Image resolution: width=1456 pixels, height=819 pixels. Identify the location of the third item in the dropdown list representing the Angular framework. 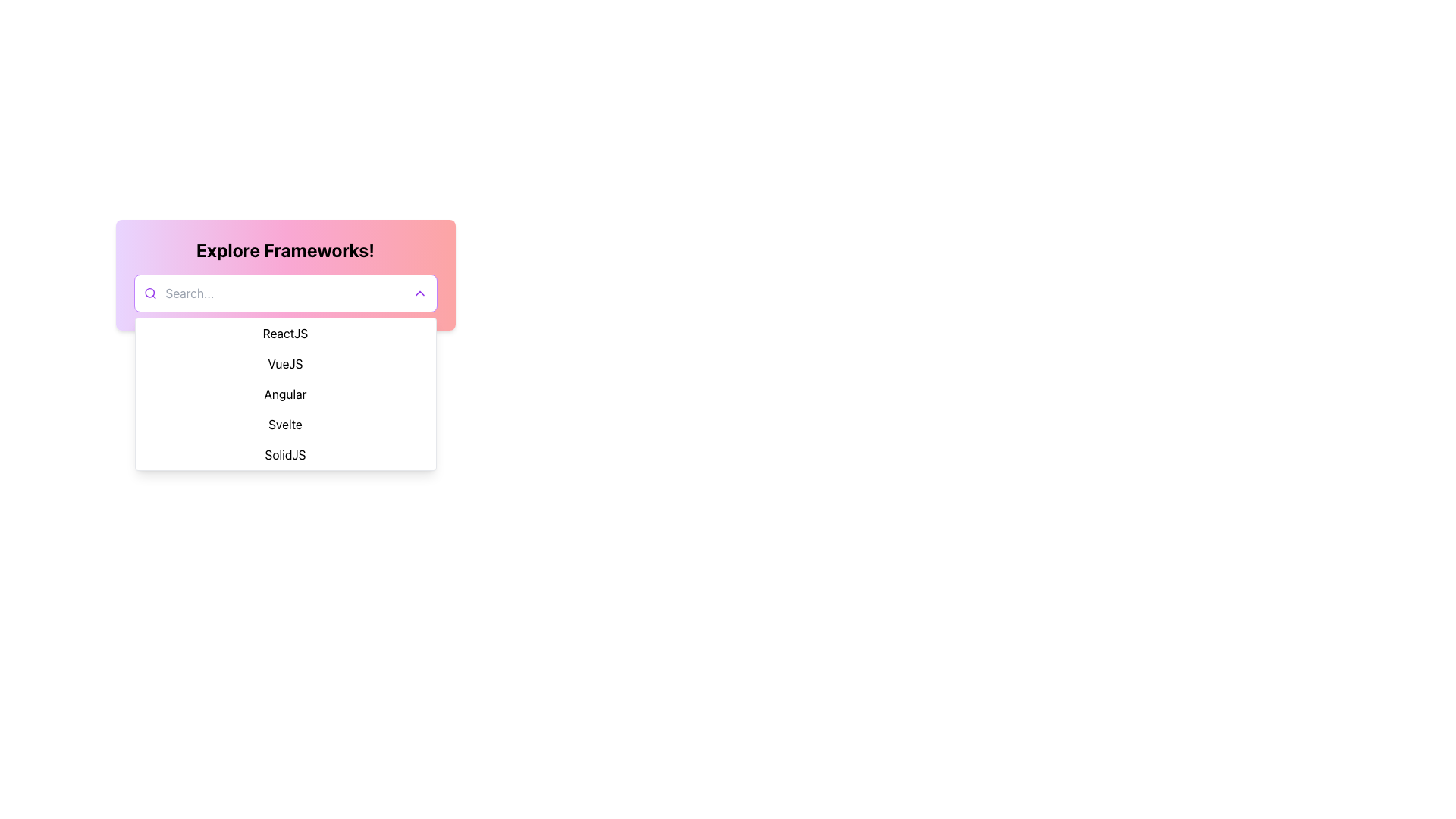
(285, 394).